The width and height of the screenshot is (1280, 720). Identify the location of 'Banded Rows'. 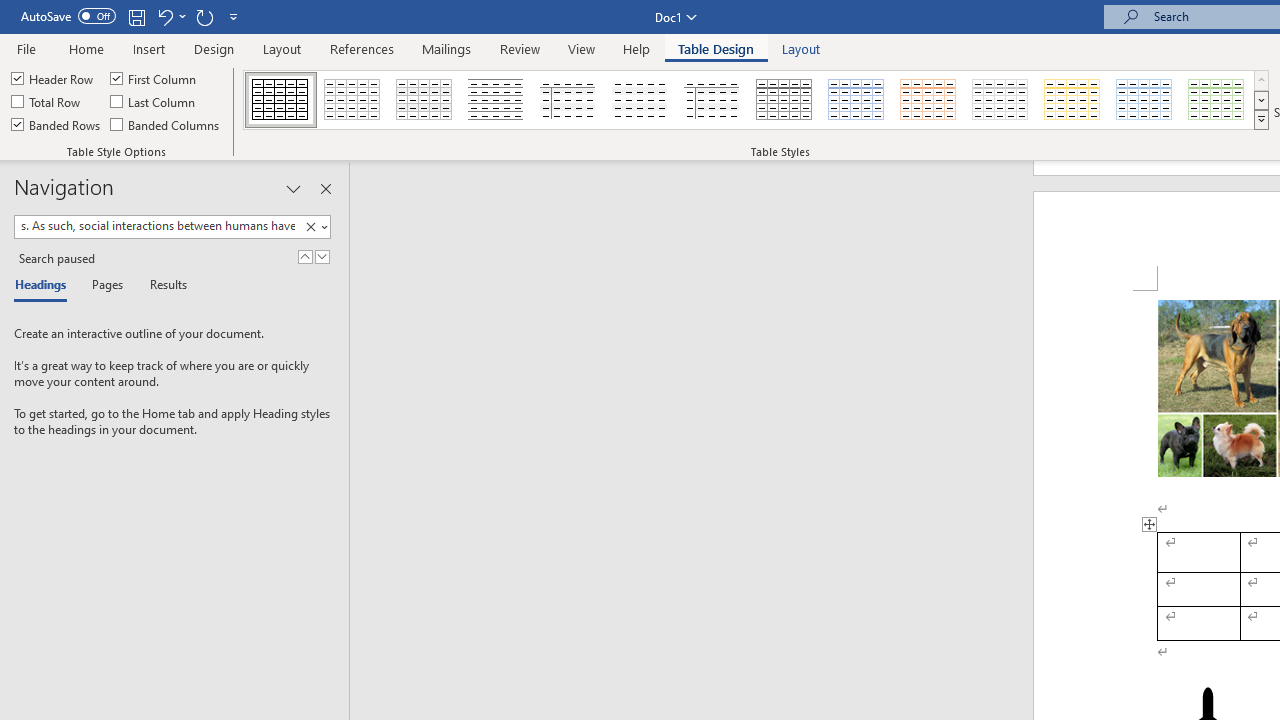
(57, 124).